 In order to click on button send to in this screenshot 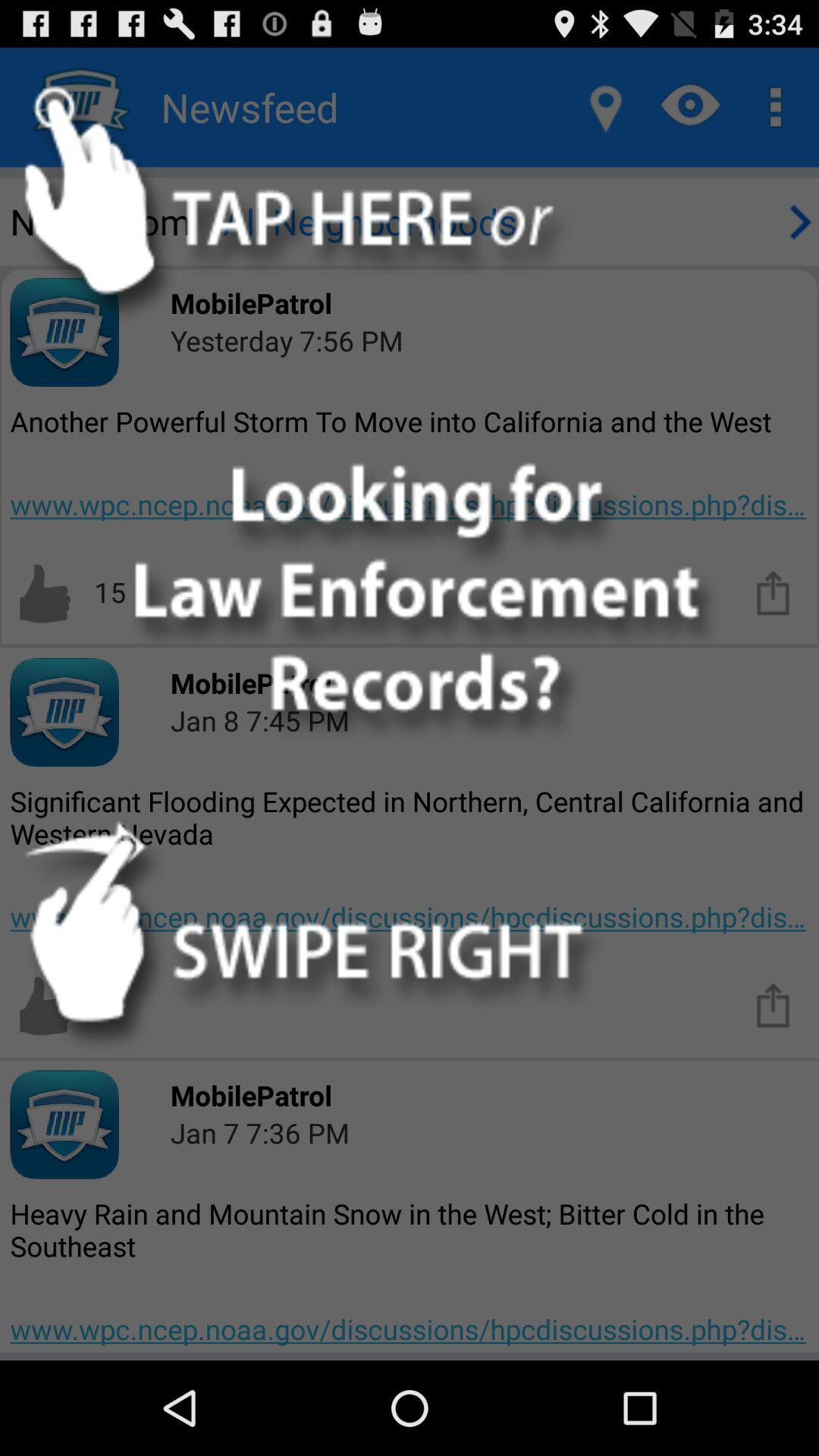, I will do `click(773, 1004)`.